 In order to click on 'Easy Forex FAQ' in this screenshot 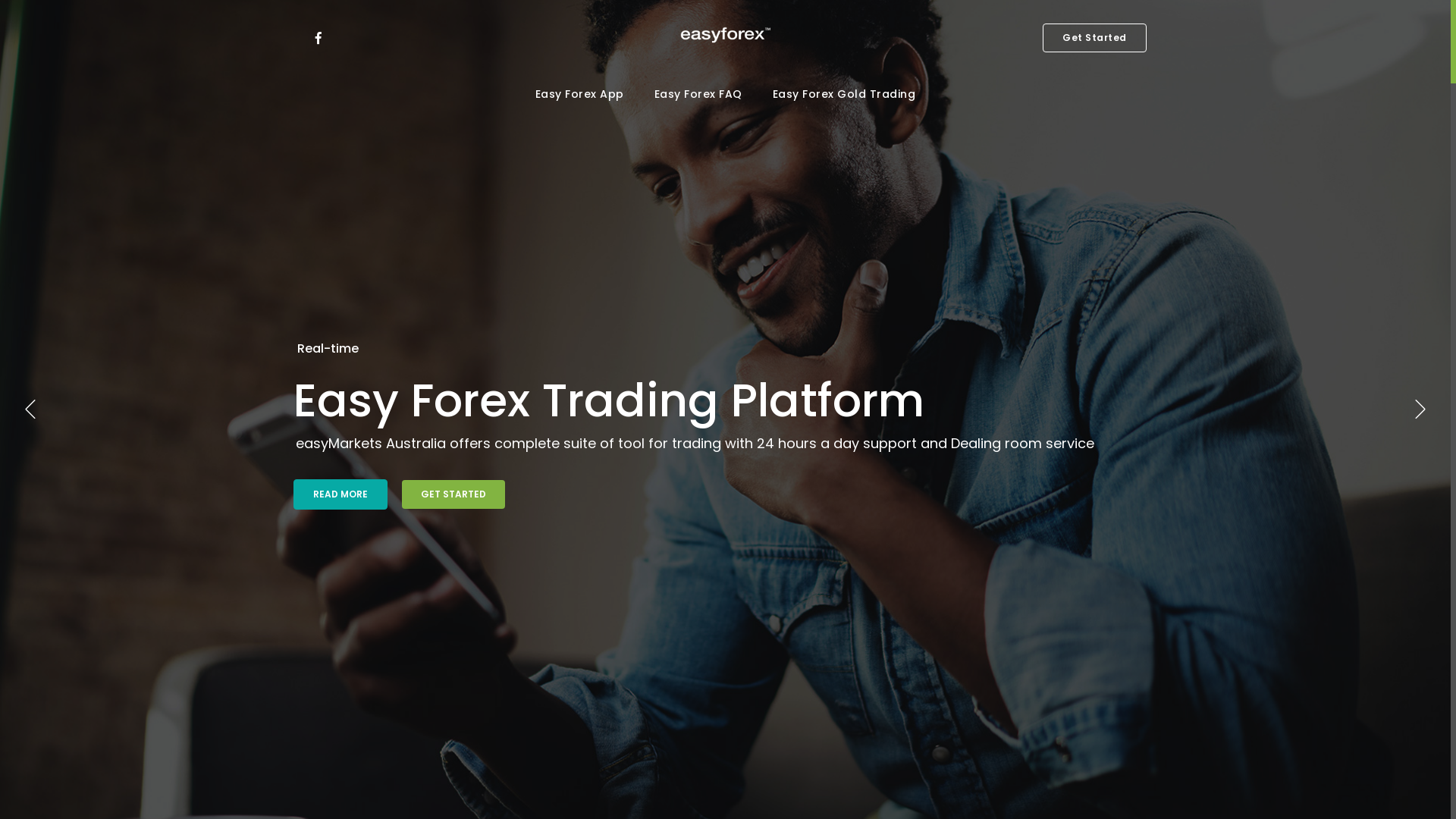, I will do `click(654, 94)`.